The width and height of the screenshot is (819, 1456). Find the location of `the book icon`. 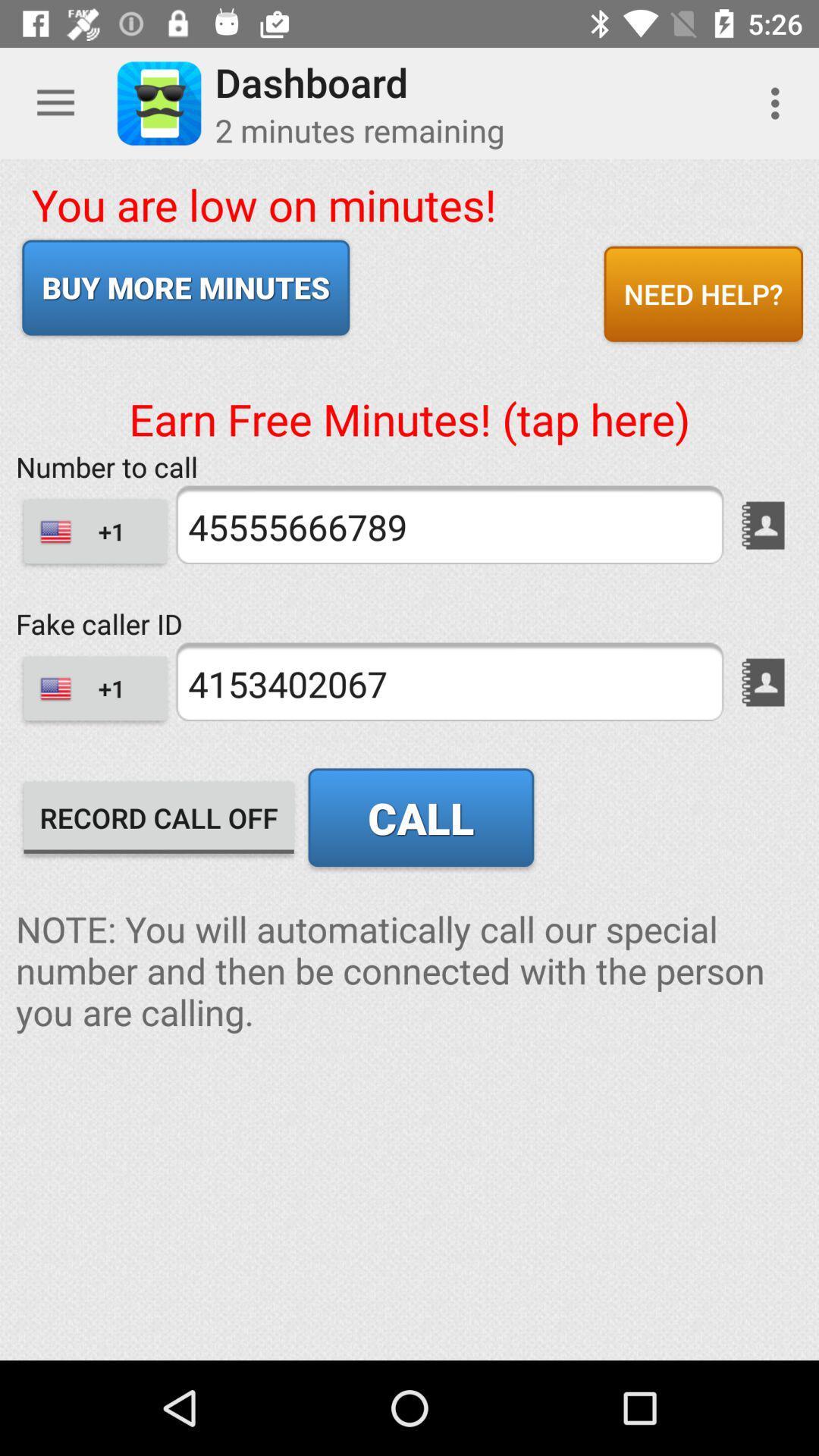

the book icon is located at coordinates (763, 682).